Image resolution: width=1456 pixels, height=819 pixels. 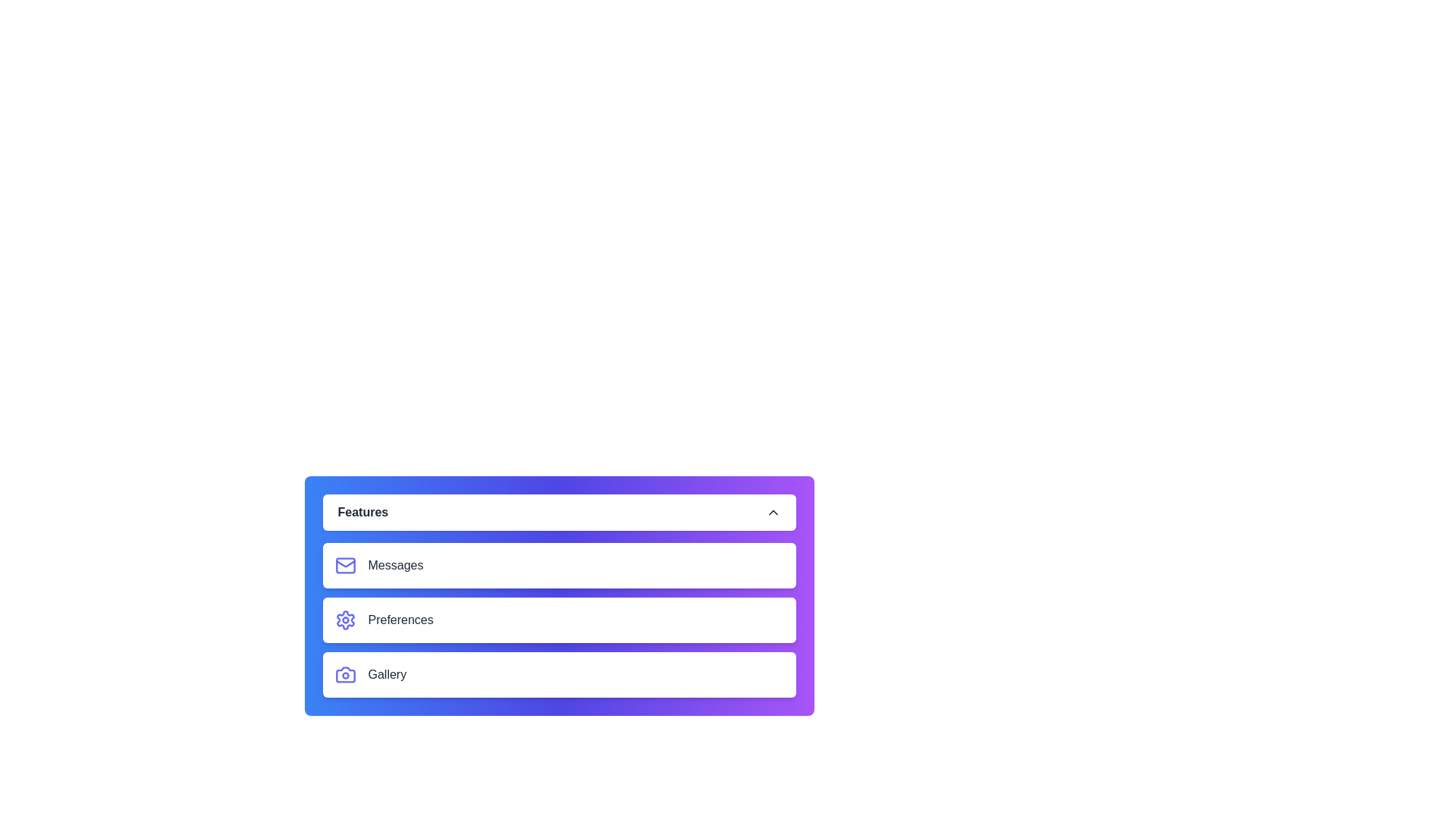 What do you see at coordinates (558, 674) in the screenshot?
I see `the menu item Gallery to select it` at bounding box center [558, 674].